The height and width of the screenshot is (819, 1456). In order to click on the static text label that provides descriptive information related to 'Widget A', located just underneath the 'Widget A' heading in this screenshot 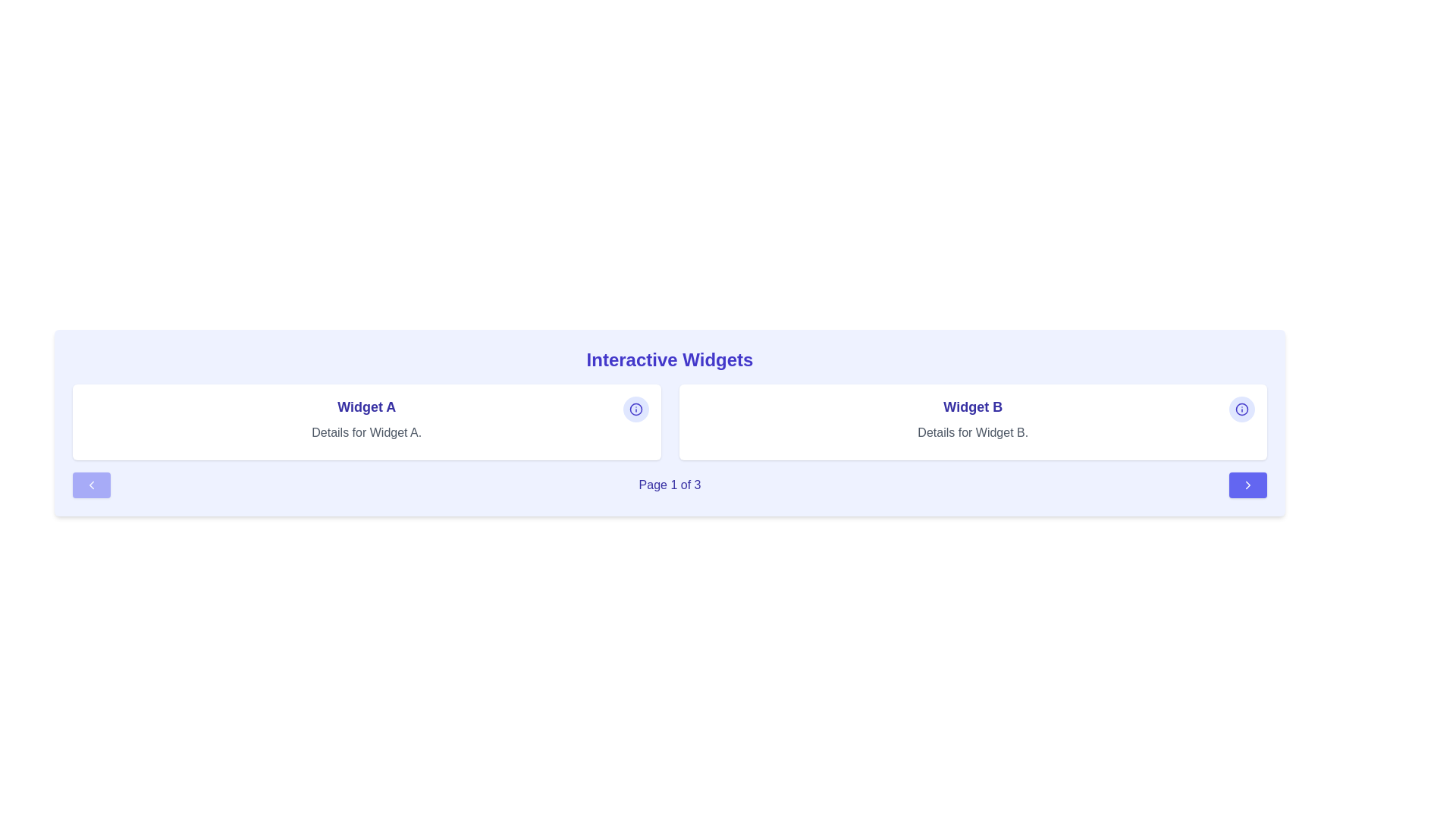, I will do `click(366, 432)`.